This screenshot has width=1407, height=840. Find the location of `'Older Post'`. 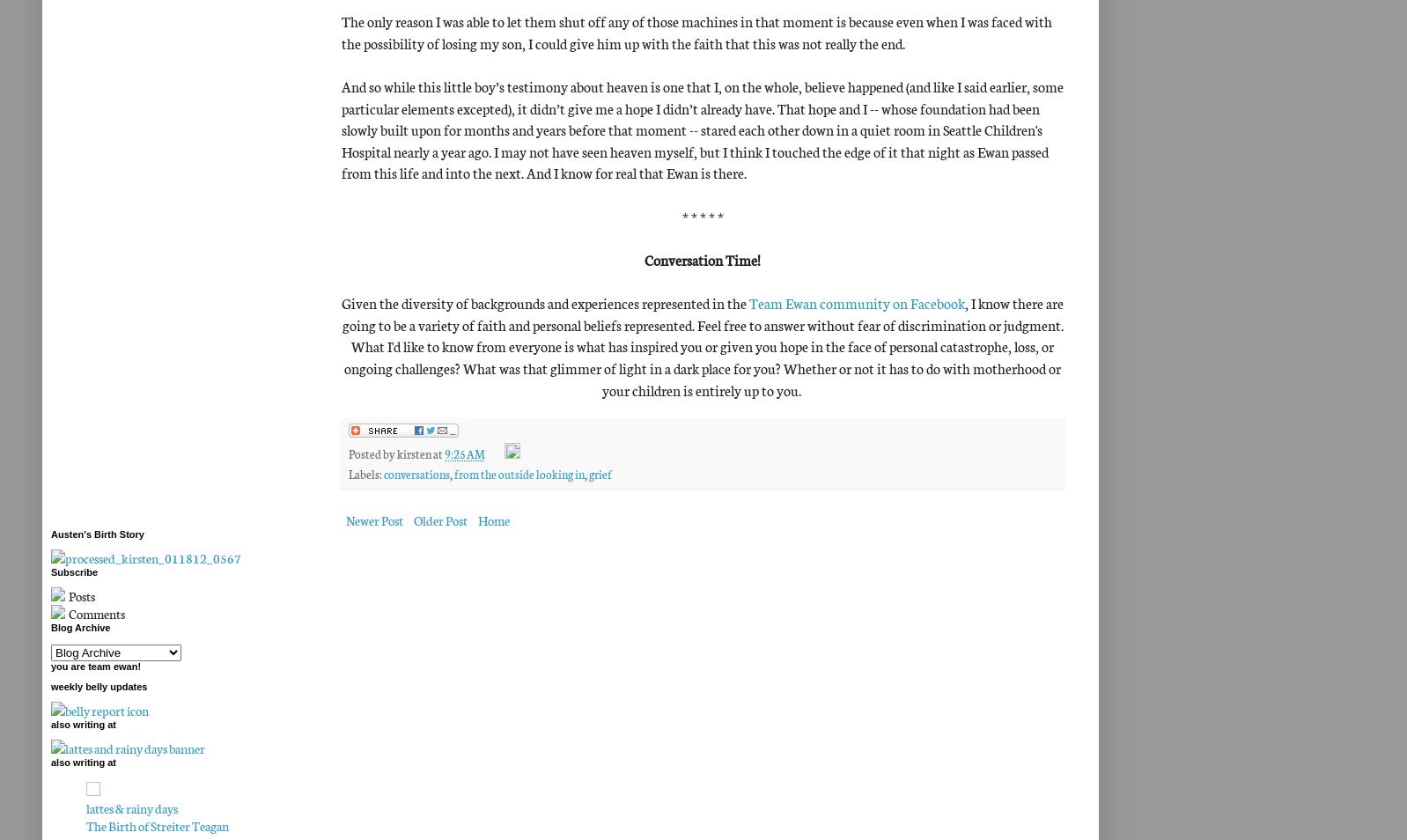

'Older Post' is located at coordinates (440, 519).